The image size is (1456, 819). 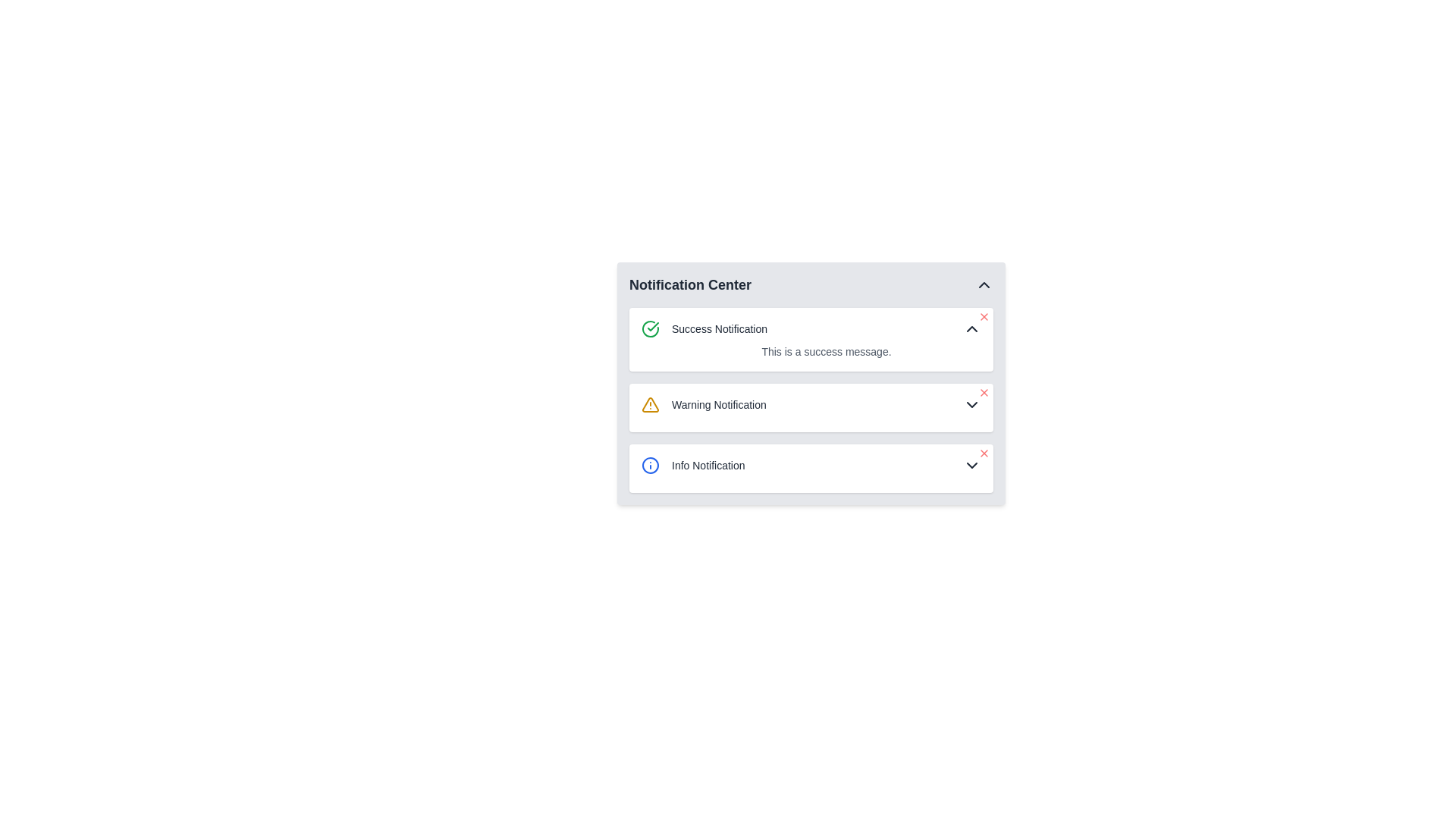 I want to click on the 'Info Notification' text label, so click(x=708, y=464).